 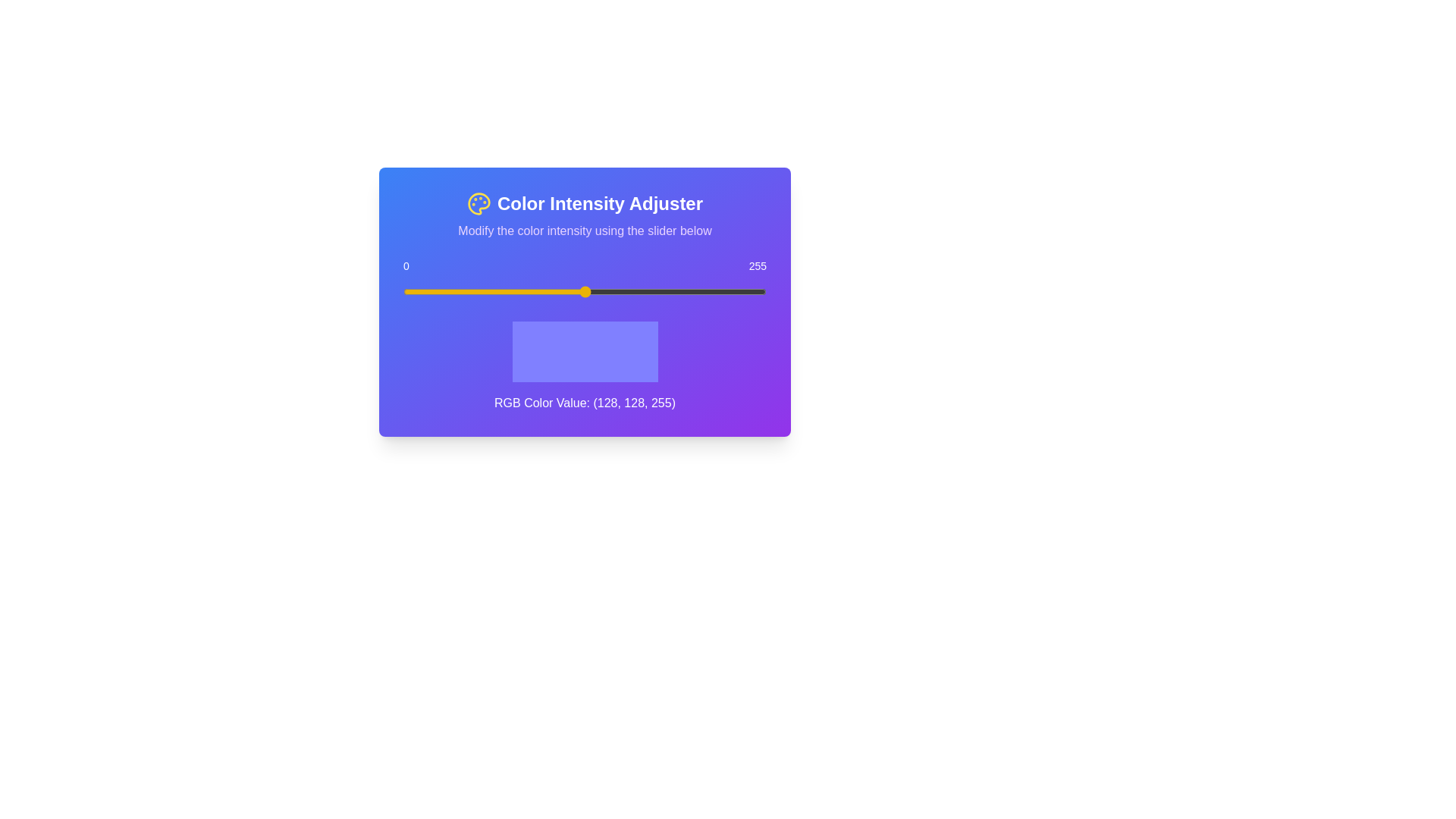 What do you see at coordinates (648, 292) in the screenshot?
I see `the slider to set the color intensity to 172` at bounding box center [648, 292].